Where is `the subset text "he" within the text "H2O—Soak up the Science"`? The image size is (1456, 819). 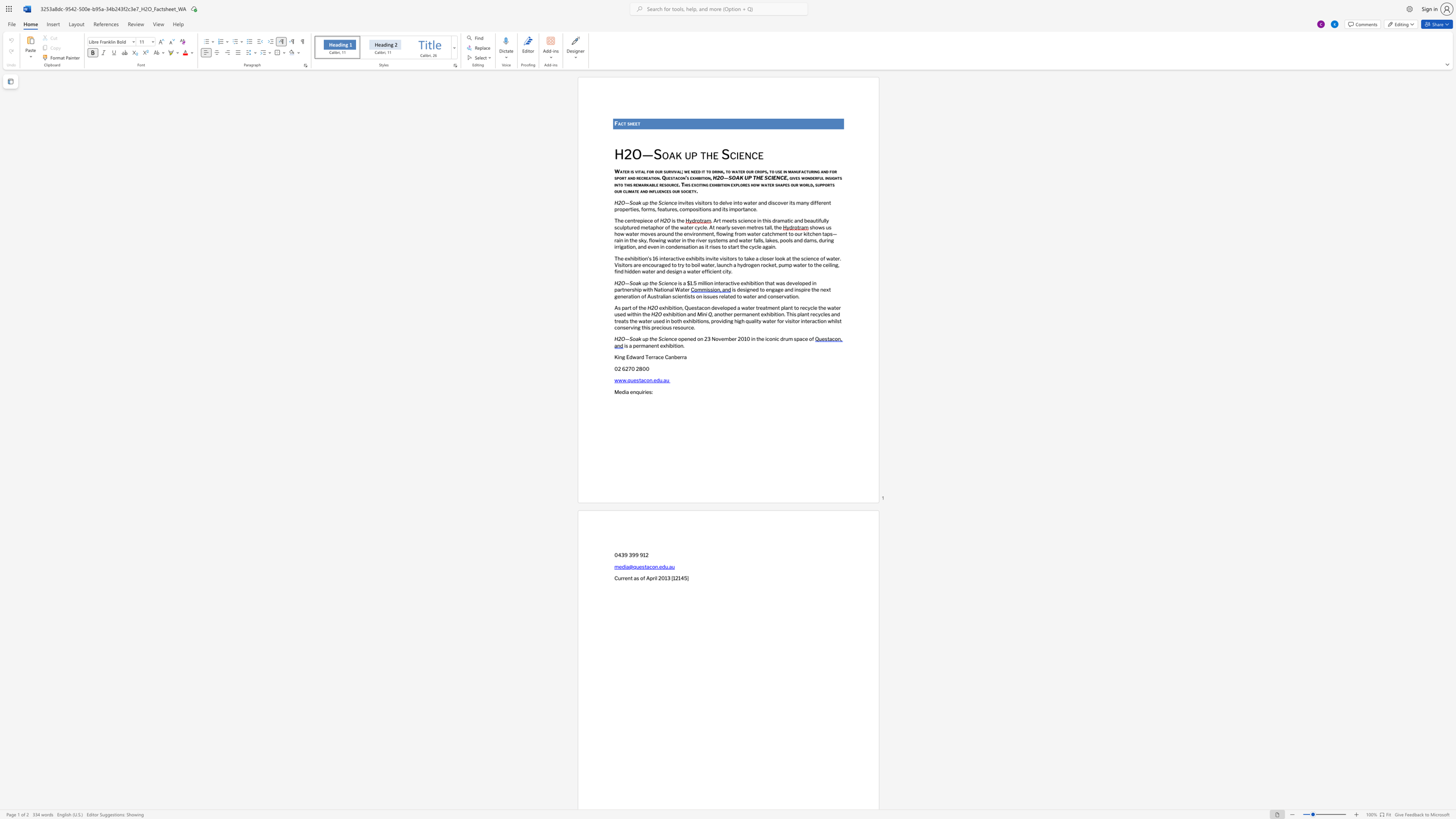
the subset text "he" within the text "H2O—Soak up the Science" is located at coordinates (705, 154).